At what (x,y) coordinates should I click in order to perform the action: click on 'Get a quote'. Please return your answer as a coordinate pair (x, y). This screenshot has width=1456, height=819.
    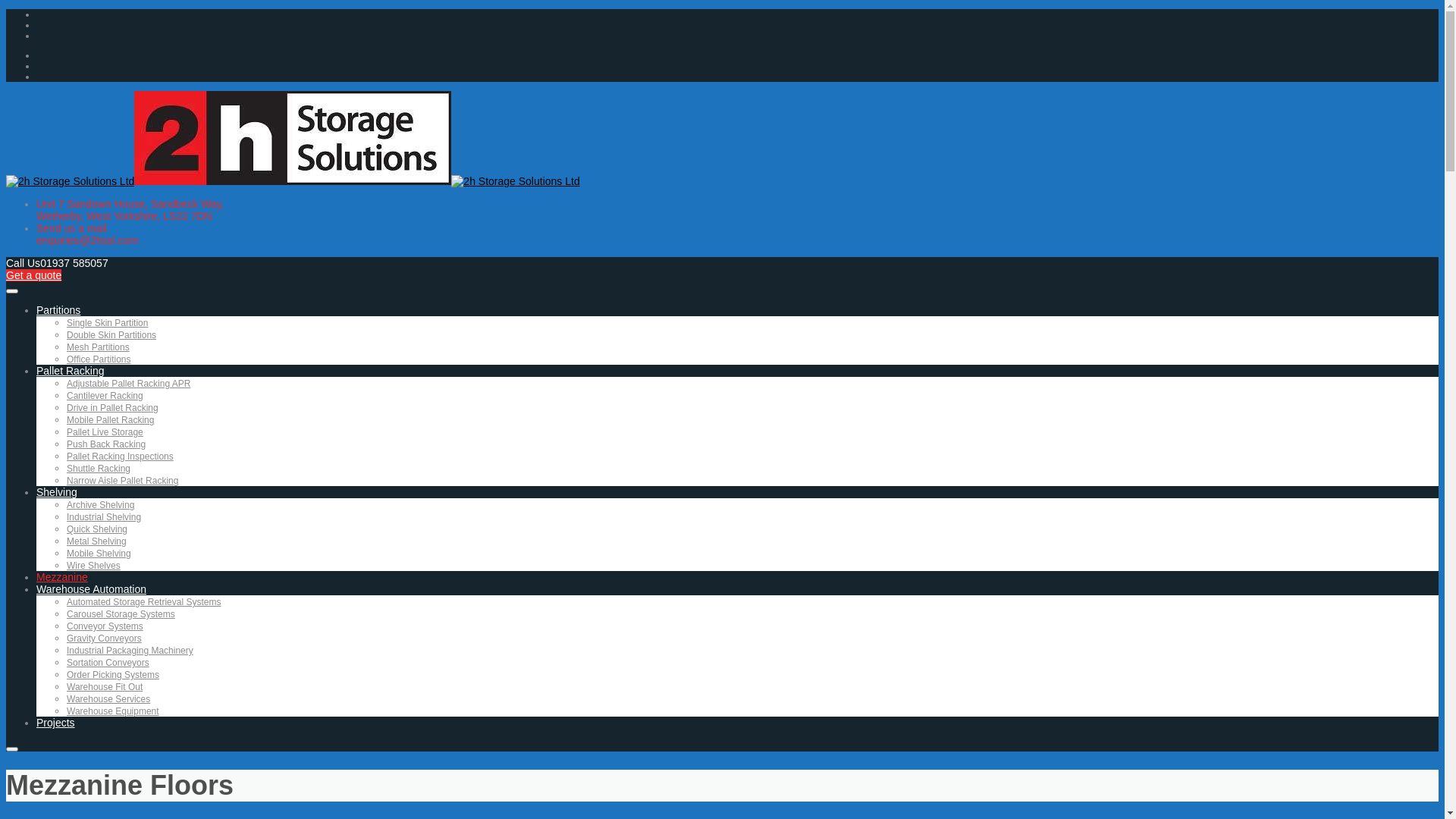
    Looking at the image, I should click on (33, 275).